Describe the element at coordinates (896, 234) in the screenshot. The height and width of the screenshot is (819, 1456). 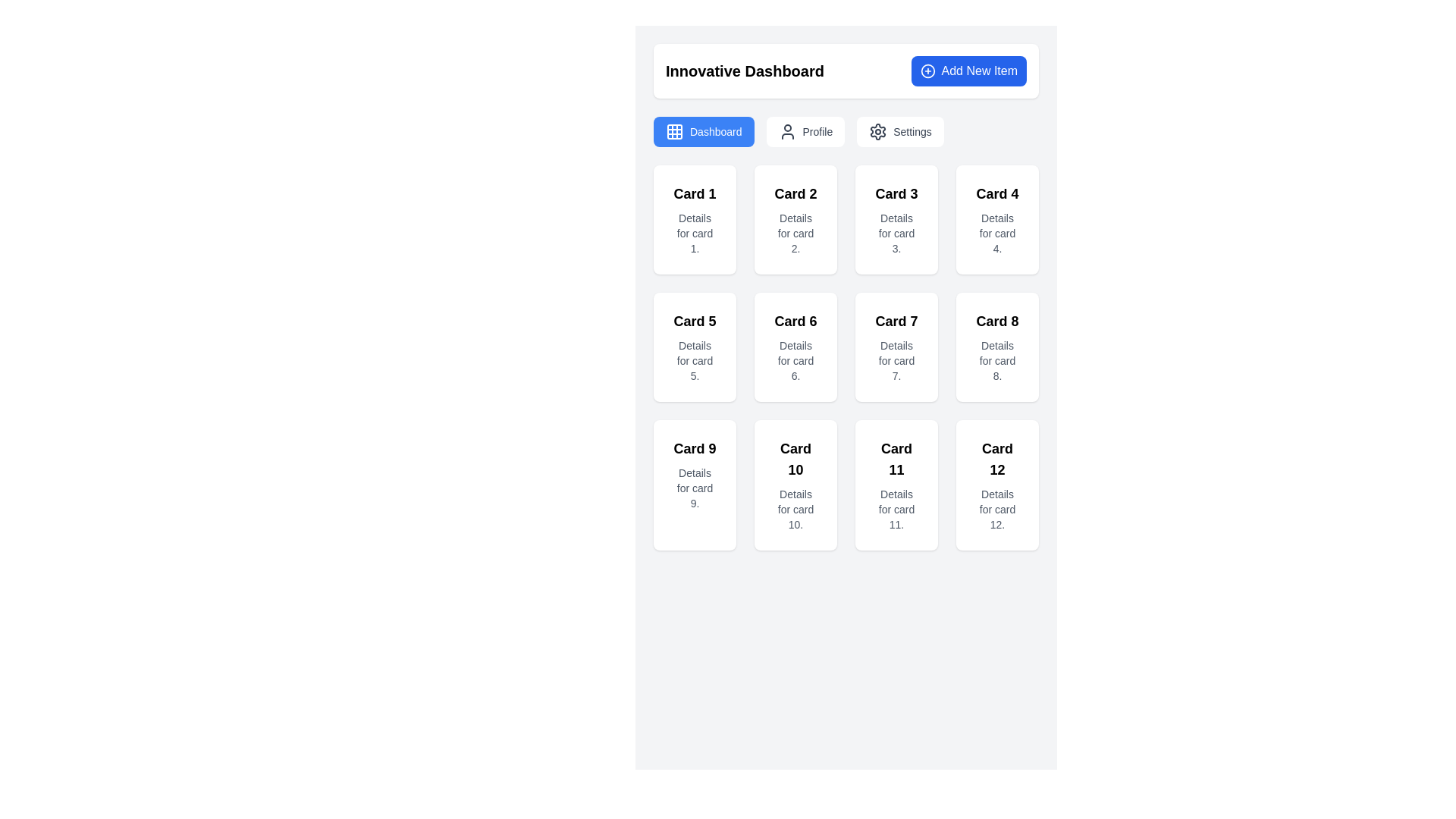
I see `the Static Text Label located within the third card in the grid layout, positioned at the top-right below the heading text 'Card 3'` at that location.